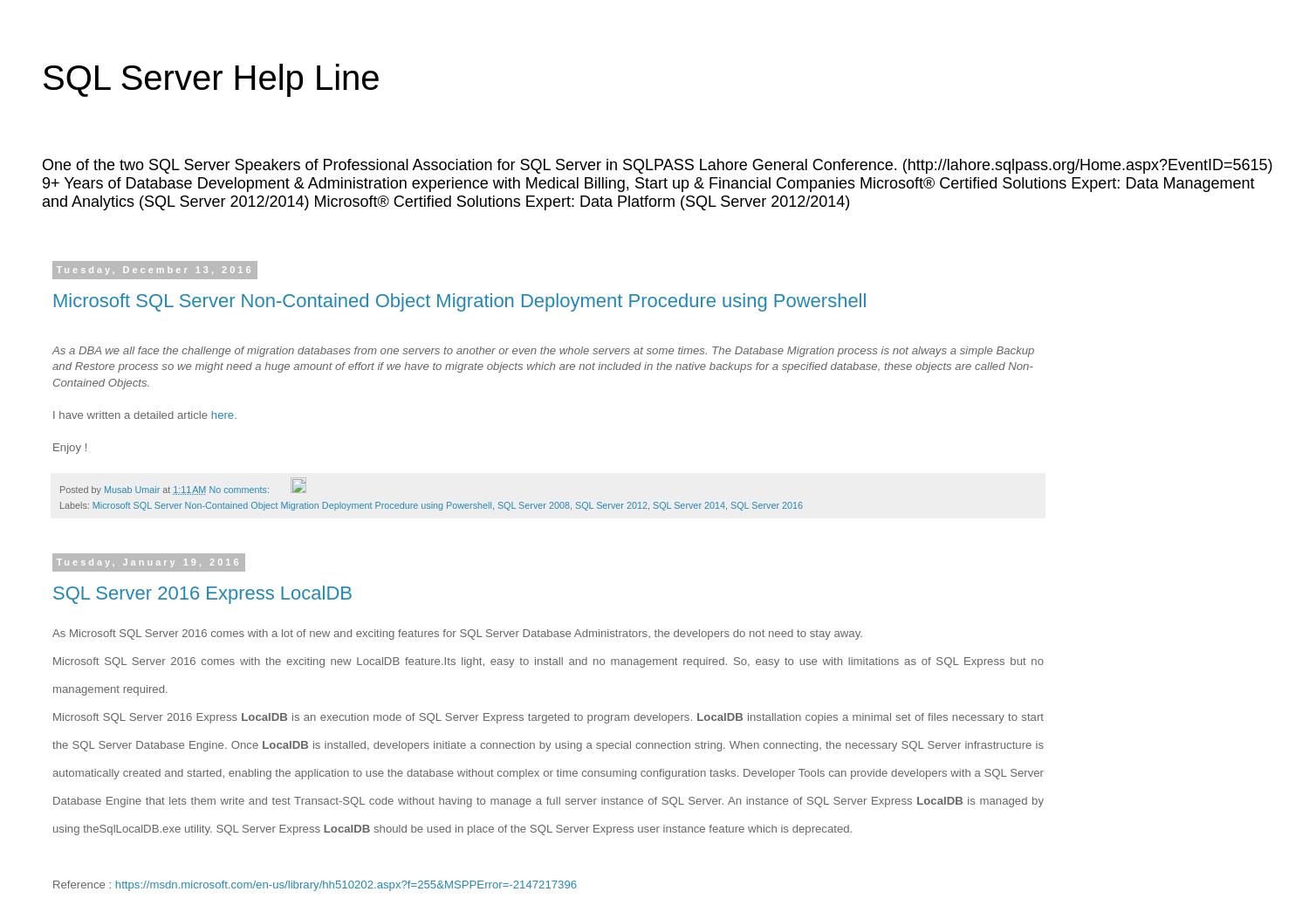 Image resolution: width=1316 pixels, height=919 pixels. Describe the element at coordinates (172, 489) in the screenshot. I see `'1:11 AM'` at that location.